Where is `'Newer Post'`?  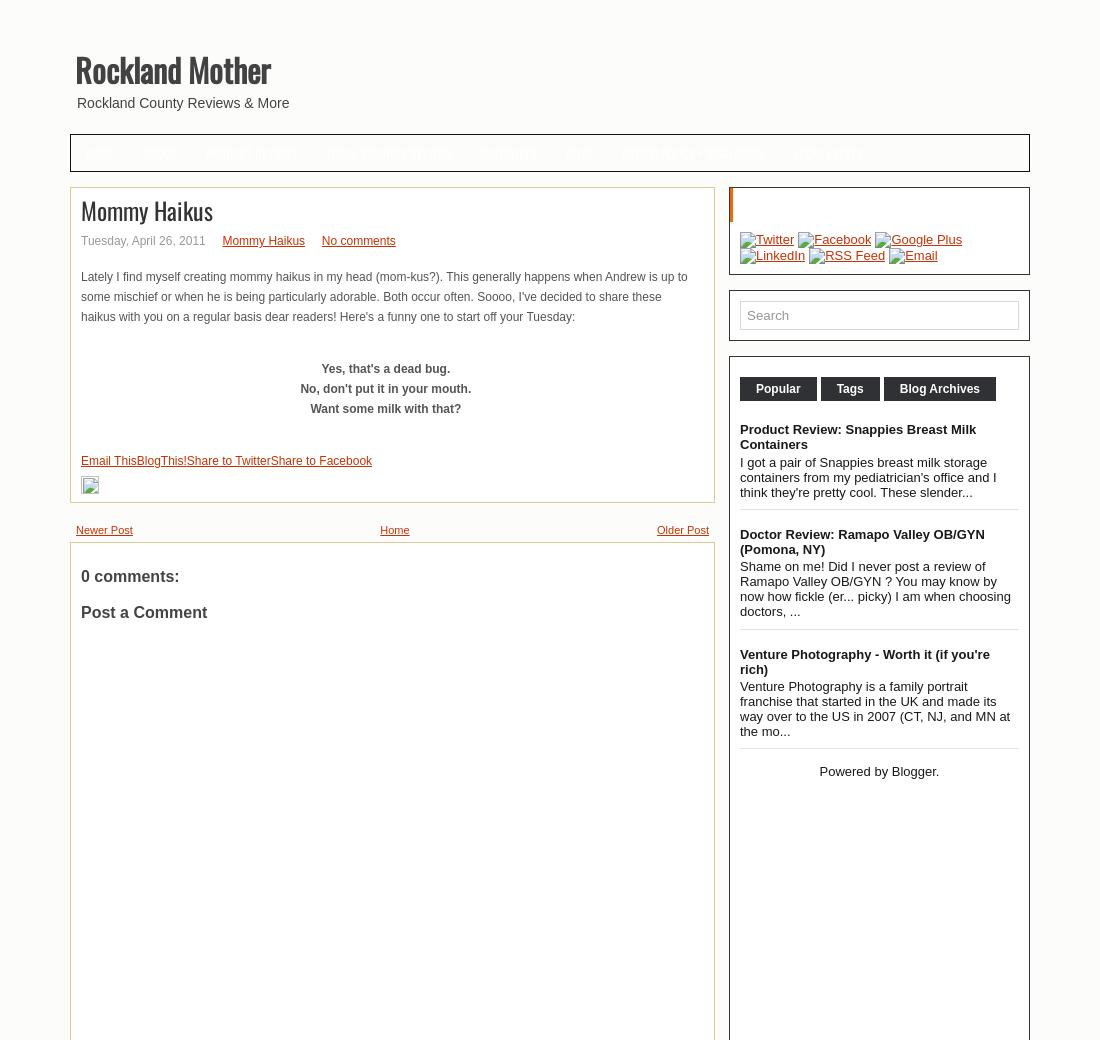
'Newer Post' is located at coordinates (103, 528).